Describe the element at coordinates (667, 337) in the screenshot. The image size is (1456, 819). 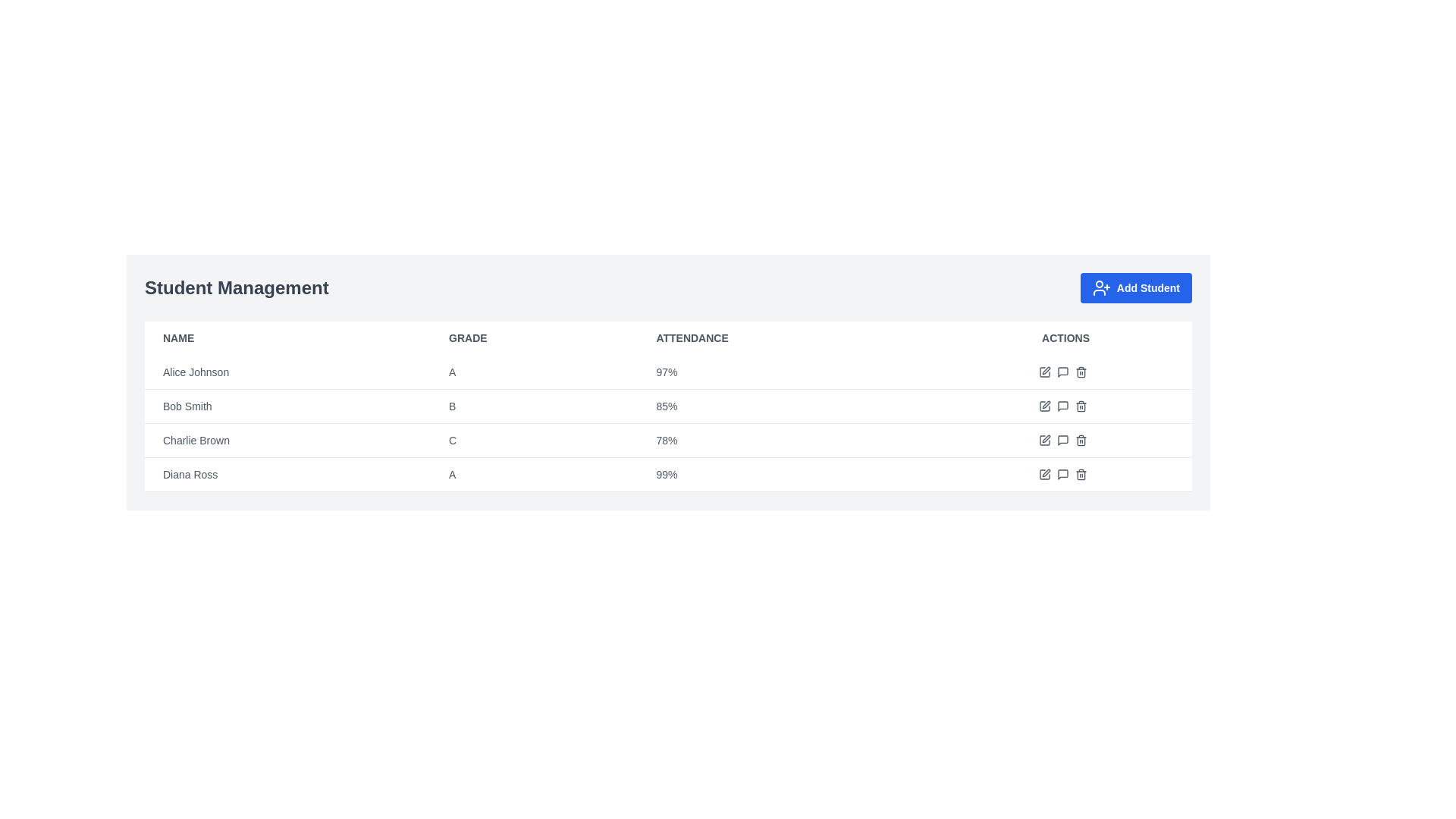
I see `the Table Header Row containing the labels 'NAME', 'GRADE', 'ATTENDANCE', and 'ACTIONS', which is styled with uppercase letters and has a white background with dark gray font color` at that location.